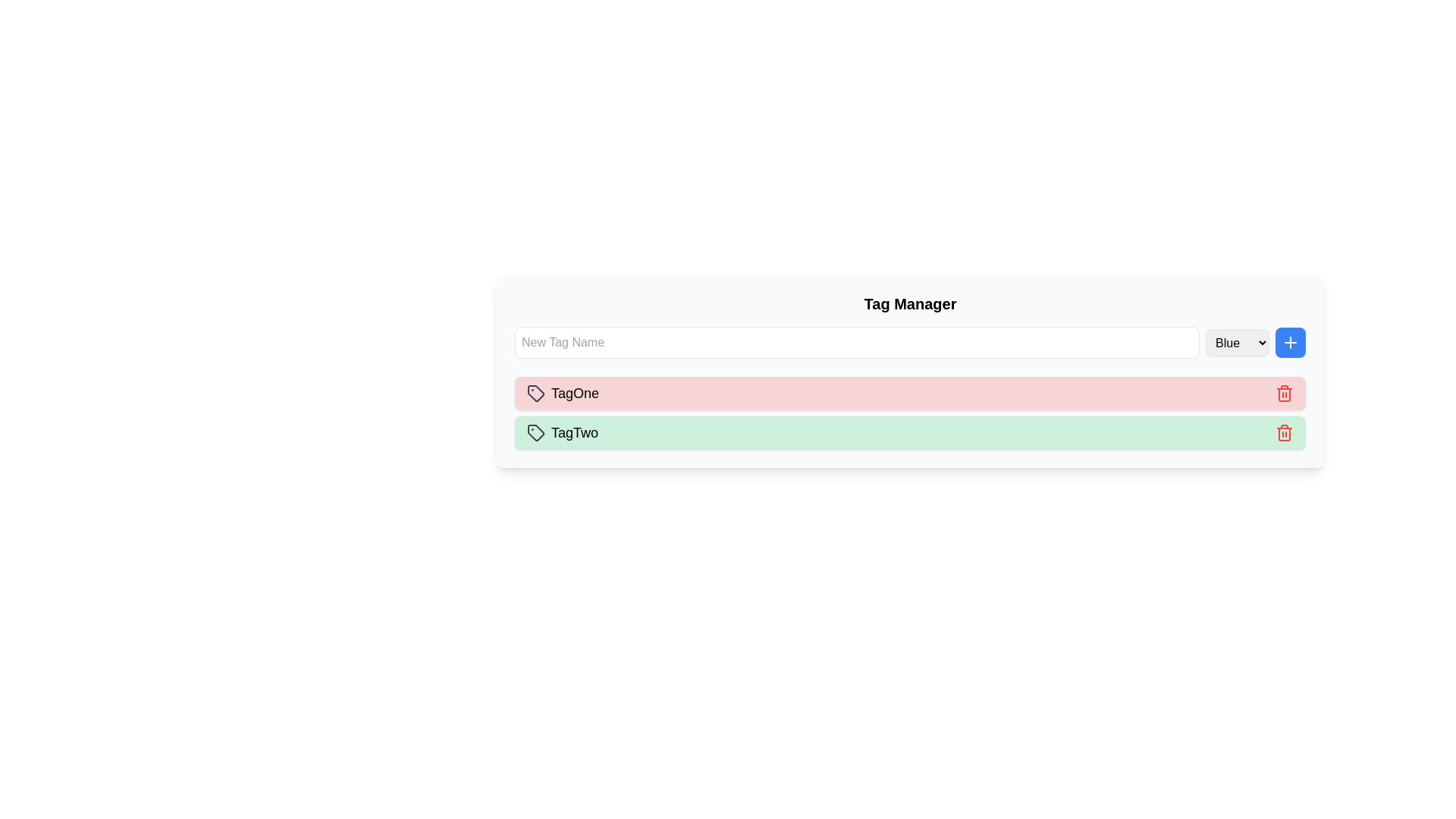 This screenshot has height=819, width=1456. I want to click on the tag icon located immediately to the left of the text labeled 'TagTwo', which is part of the green tag row in the interface, so click(535, 432).